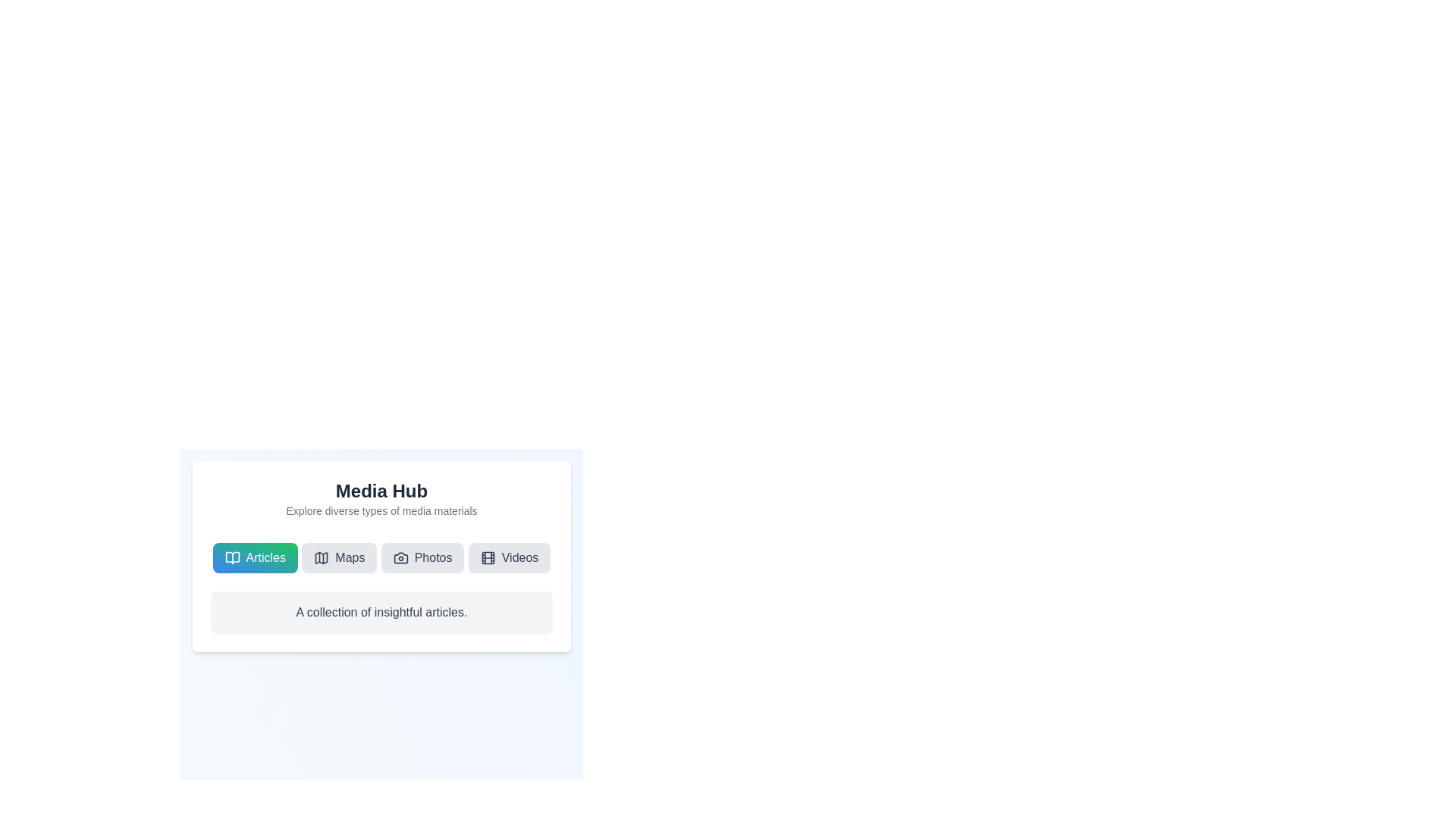 The width and height of the screenshot is (1456, 819). Describe the element at coordinates (255, 558) in the screenshot. I see `the 'Articles' navigation button, which is the leftmost option in the horizontal menu under the 'Media Hub' heading` at that location.